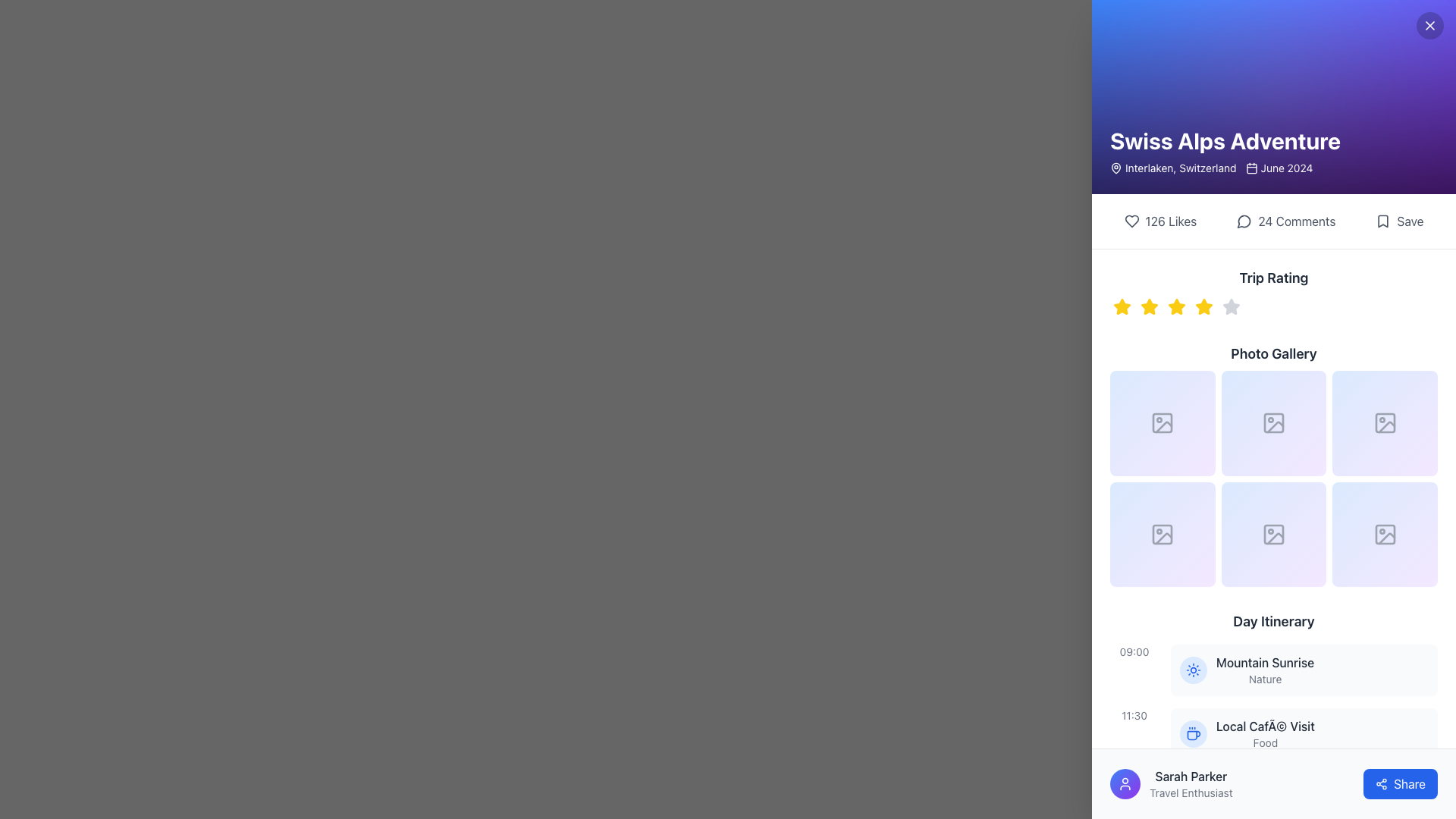 The width and height of the screenshot is (1456, 819). Describe the element at coordinates (1180, 168) in the screenshot. I see `the label displaying 'Interlaken, Switzerland' which is positioned on a dark gradient background and aligned with other elements` at that location.